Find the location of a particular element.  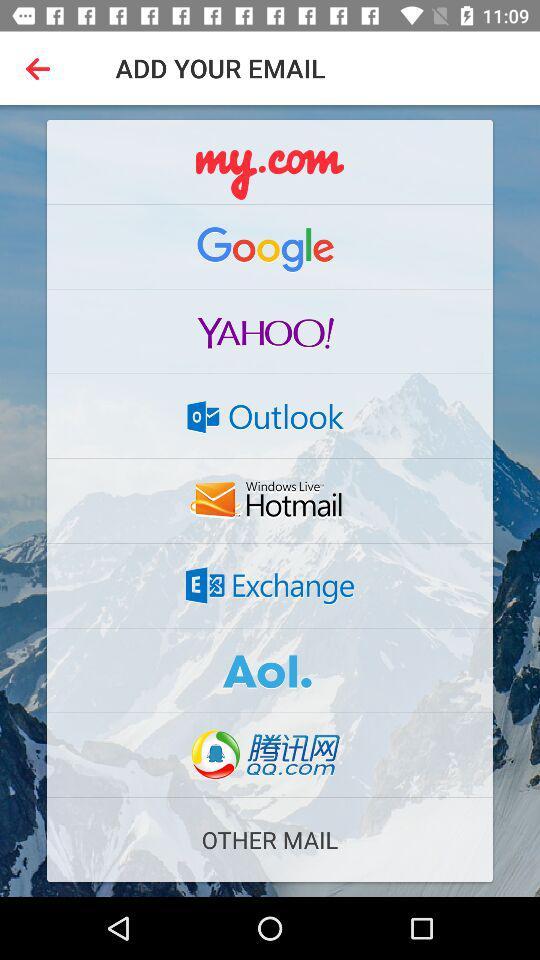

app next to add your email is located at coordinates (42, 68).